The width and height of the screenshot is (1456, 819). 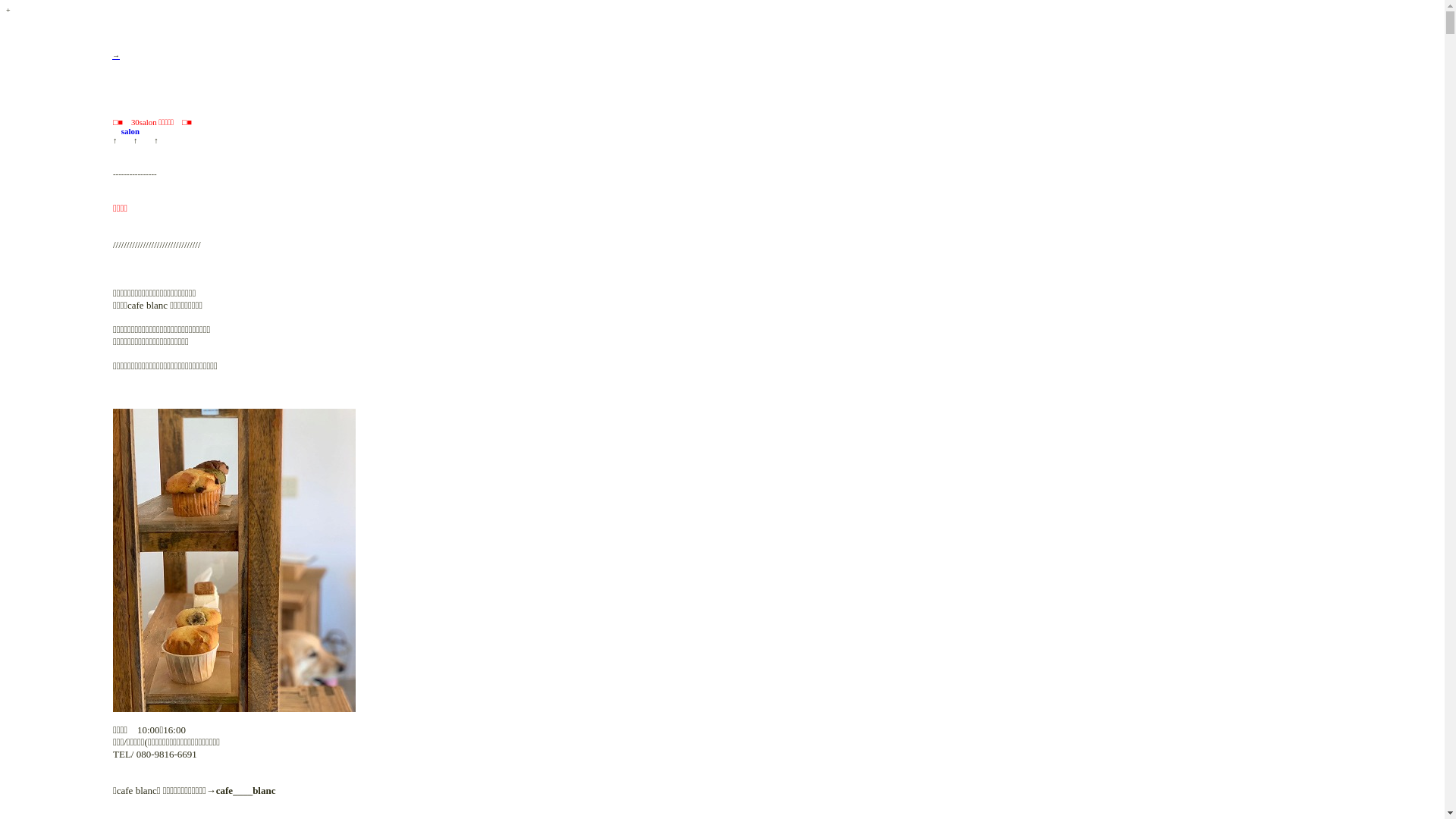 I want to click on '+', so click(x=8, y=8).